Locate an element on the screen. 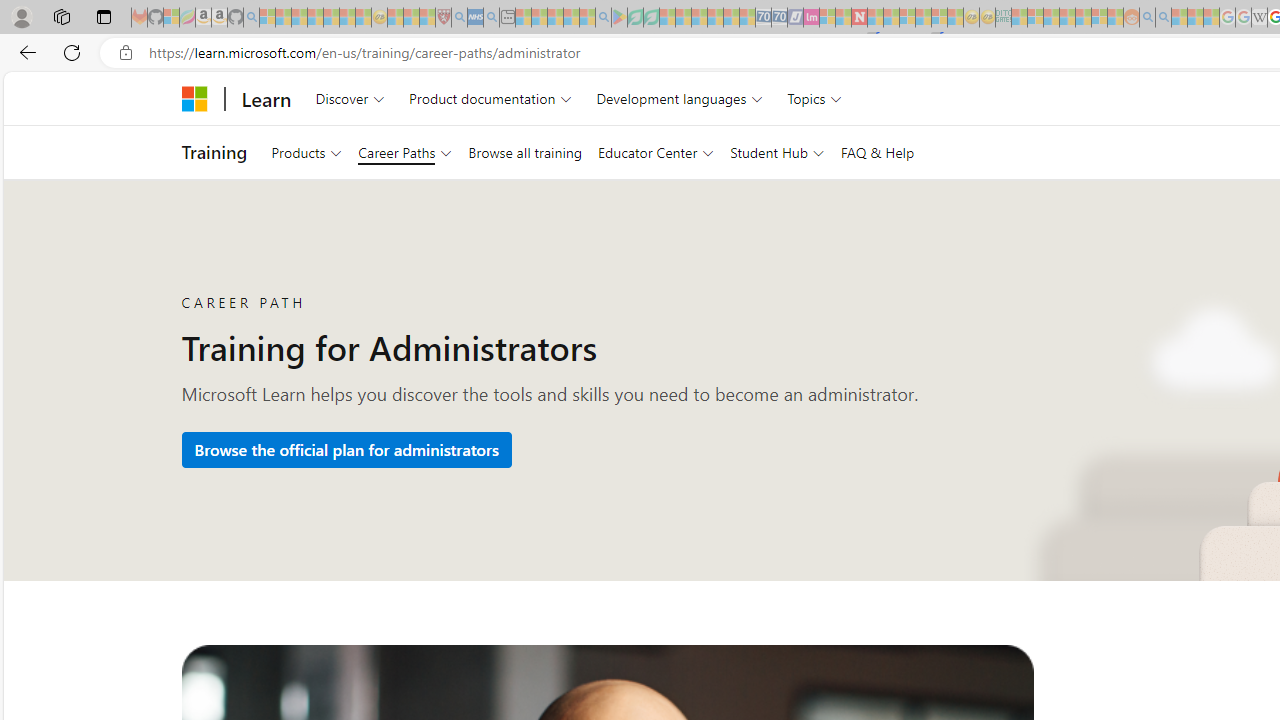 The width and height of the screenshot is (1280, 720). 'Product documentation' is located at coordinates (490, 98).